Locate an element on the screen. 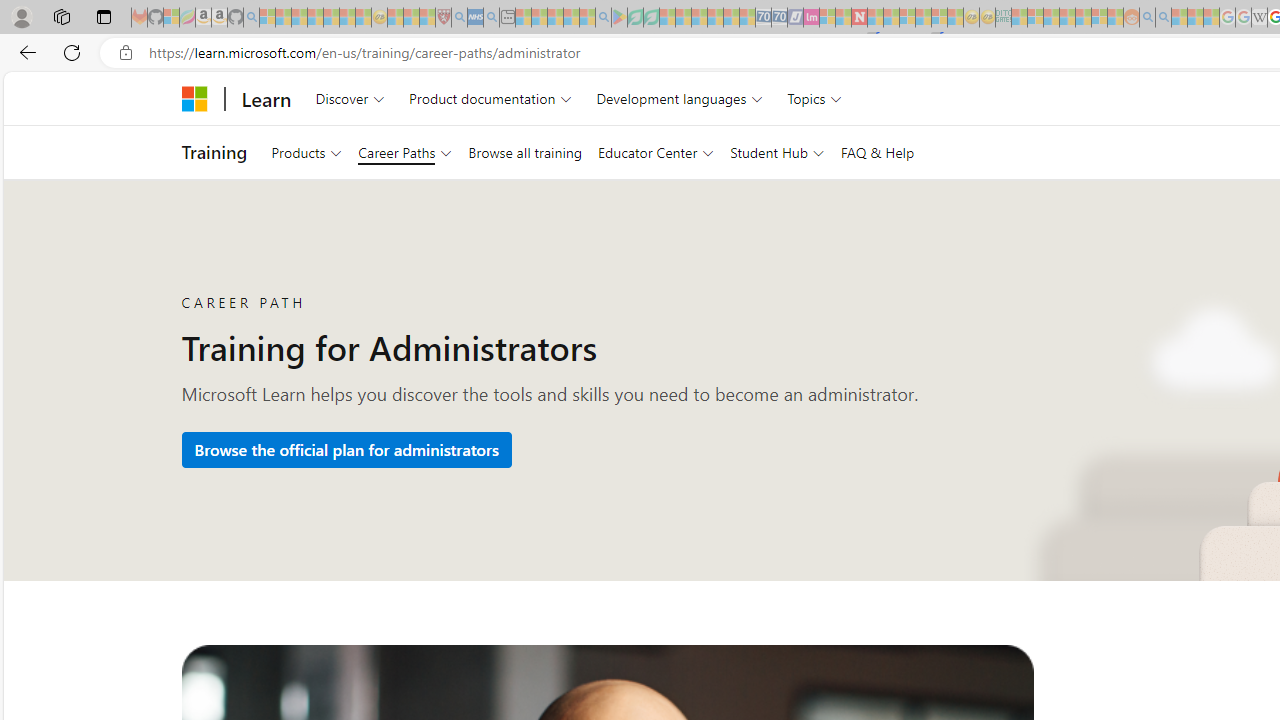 The width and height of the screenshot is (1280, 720). 'Product documentation' is located at coordinates (490, 98).